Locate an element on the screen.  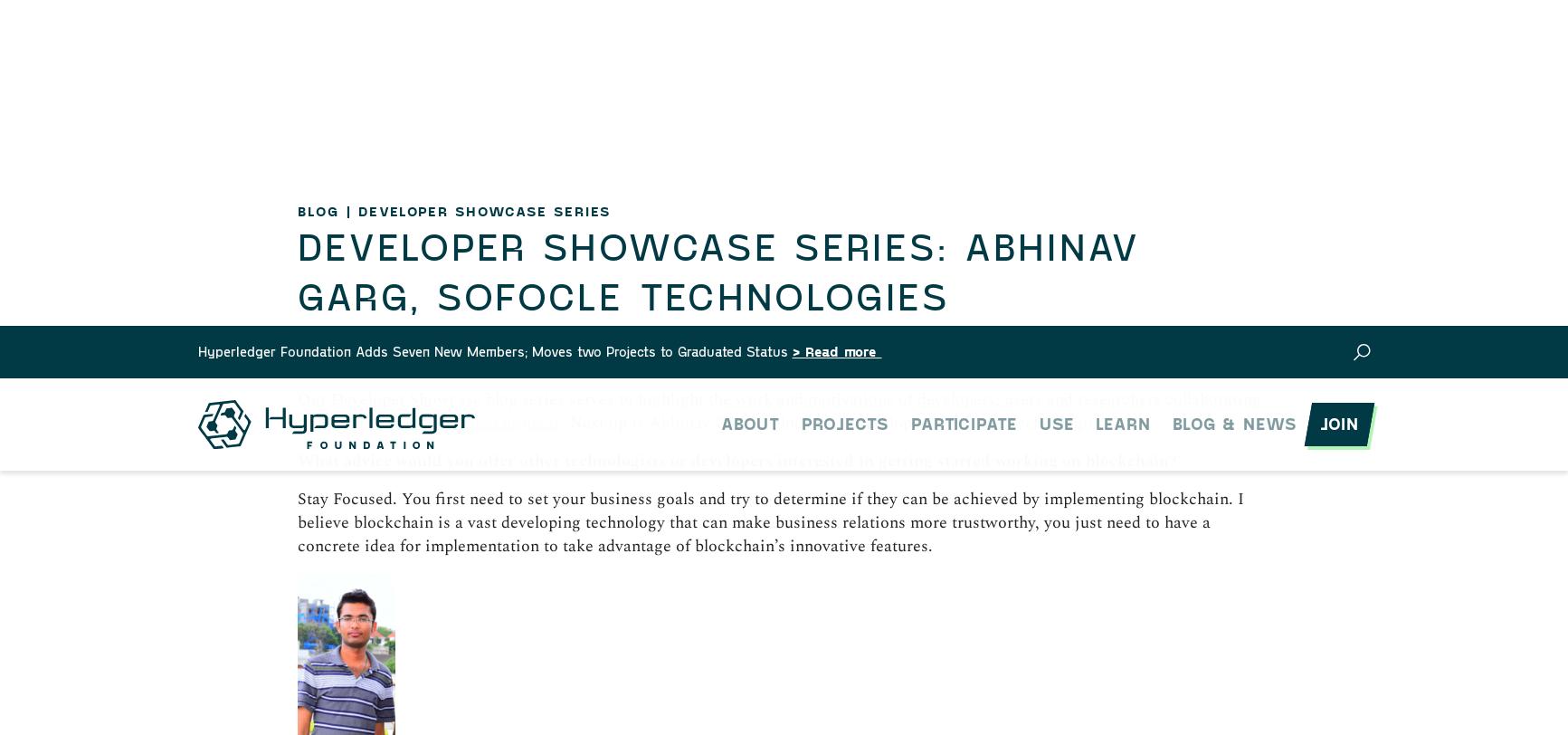
'We at Sofocle, are a blockchain technology based company, focused on building innovative products using blockchain and smart contracts. We design and develop blockchain powered enterprise solutions in banking, finance, and other industries. We have our own products based on blockchain. My first blockchain experience was with Hyperledger when it was in its initial development stage. The thought of permissioned blockchain in respect to transaction trust was a bit of fun. It’s easy to think of benefits related to the financial services industry and how permissioned ledgers in particular could be utilized.' is located at coordinates (777, 603).